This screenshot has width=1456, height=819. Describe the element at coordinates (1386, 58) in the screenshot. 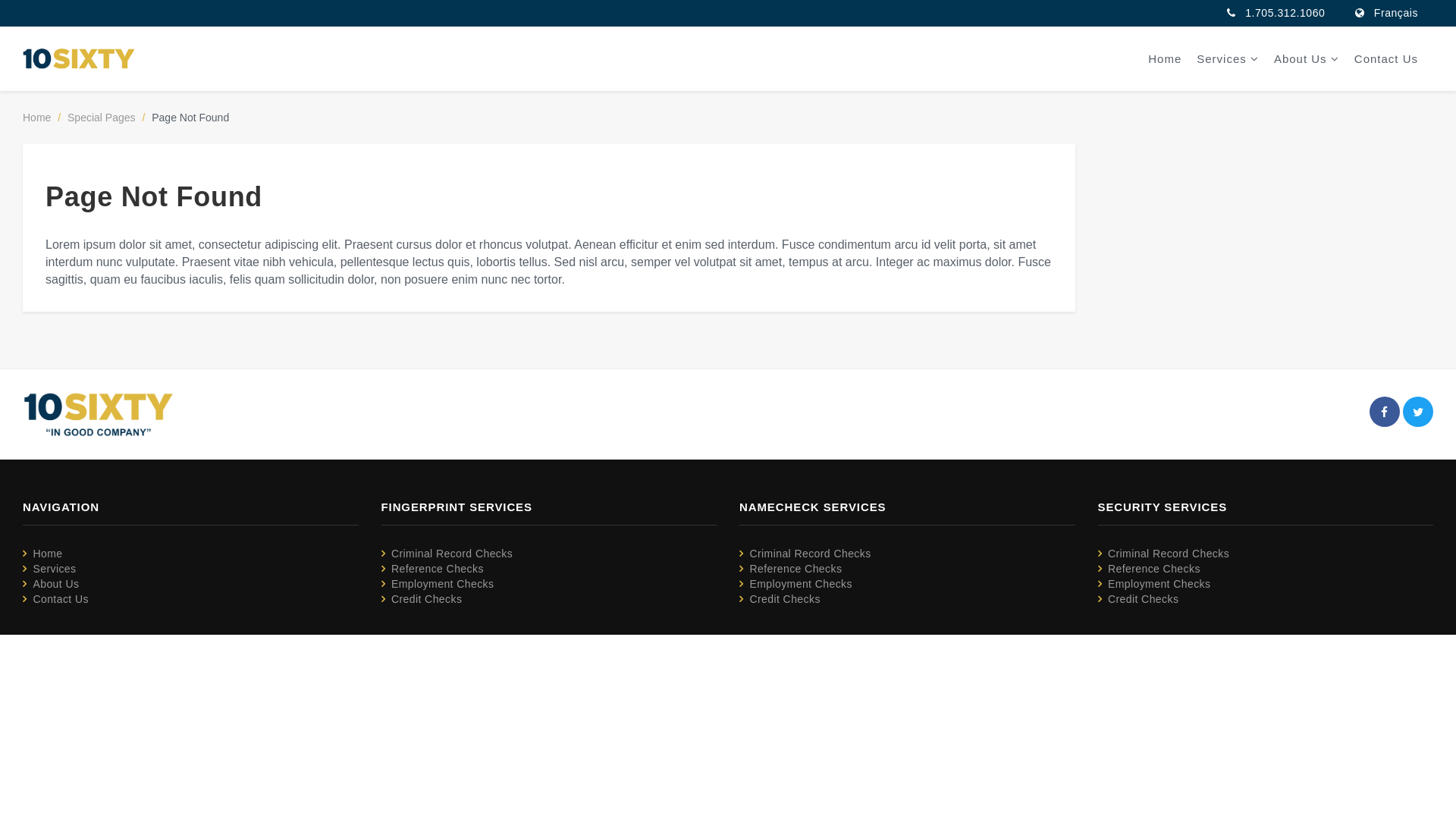

I see `'Contact Us'` at that location.